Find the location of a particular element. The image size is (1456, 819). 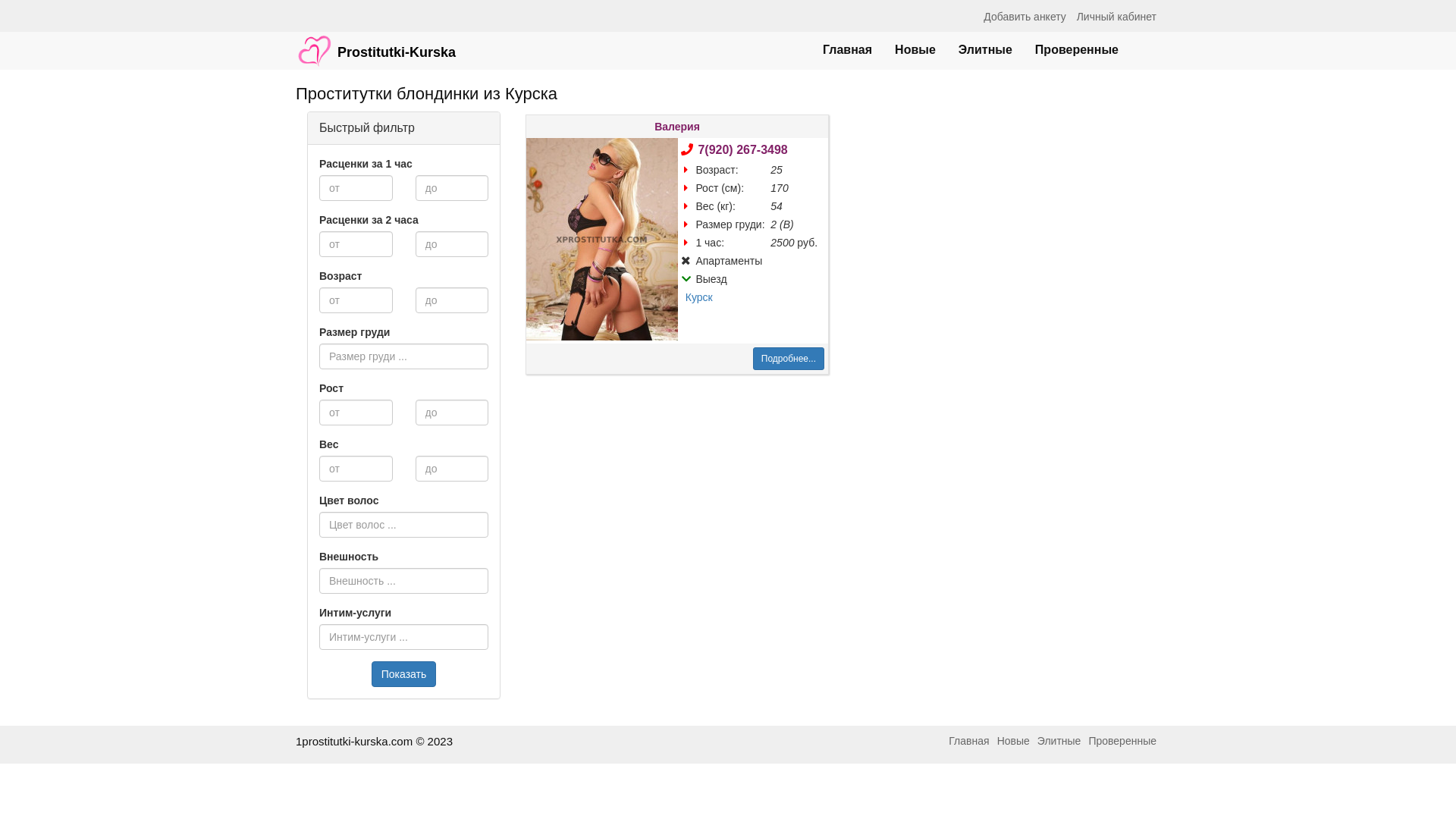

'Prostitutki-Kurska' is located at coordinates (375, 42).